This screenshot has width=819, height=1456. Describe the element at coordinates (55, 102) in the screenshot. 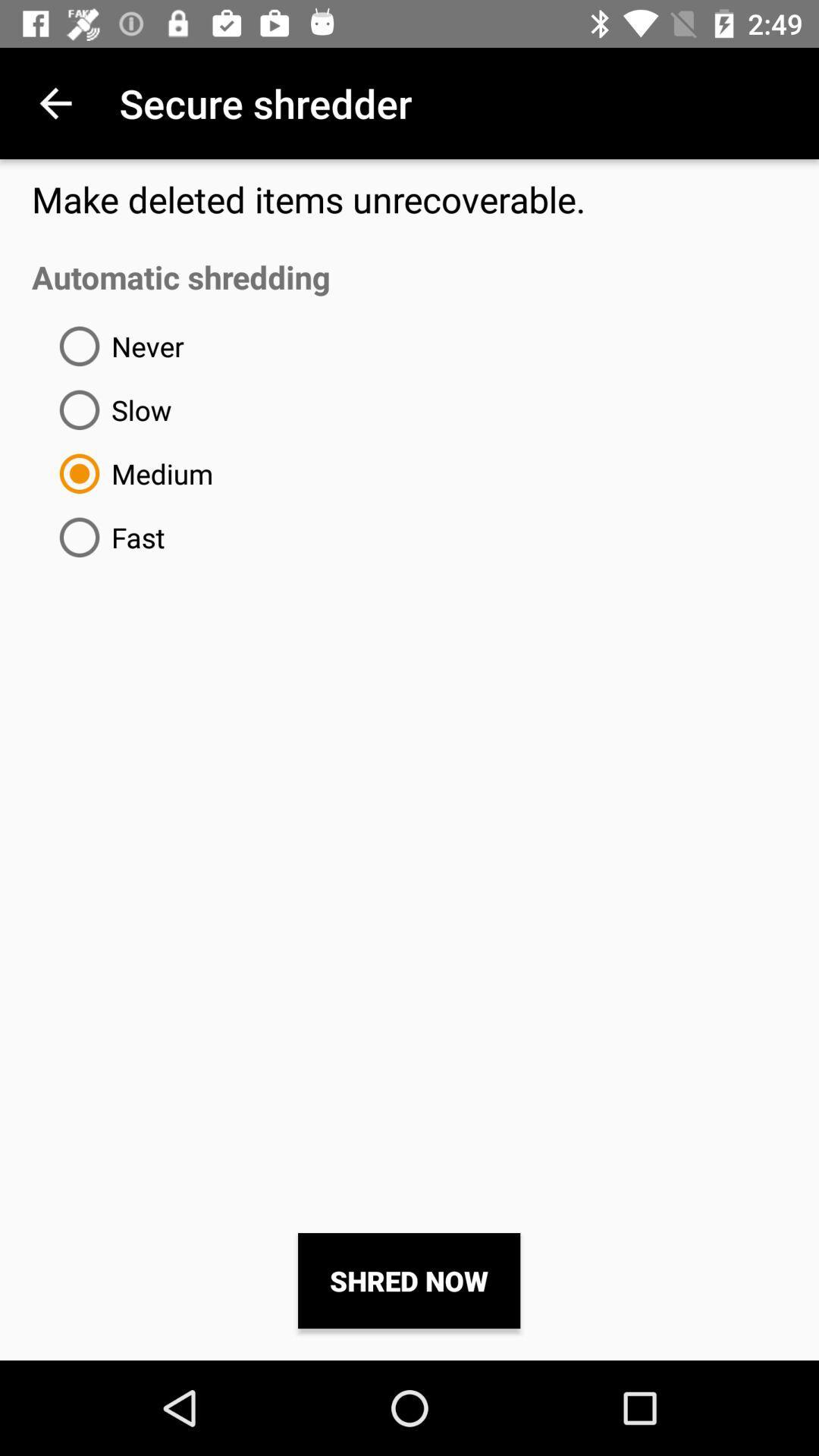

I see `the icon next to the secure shredder` at that location.